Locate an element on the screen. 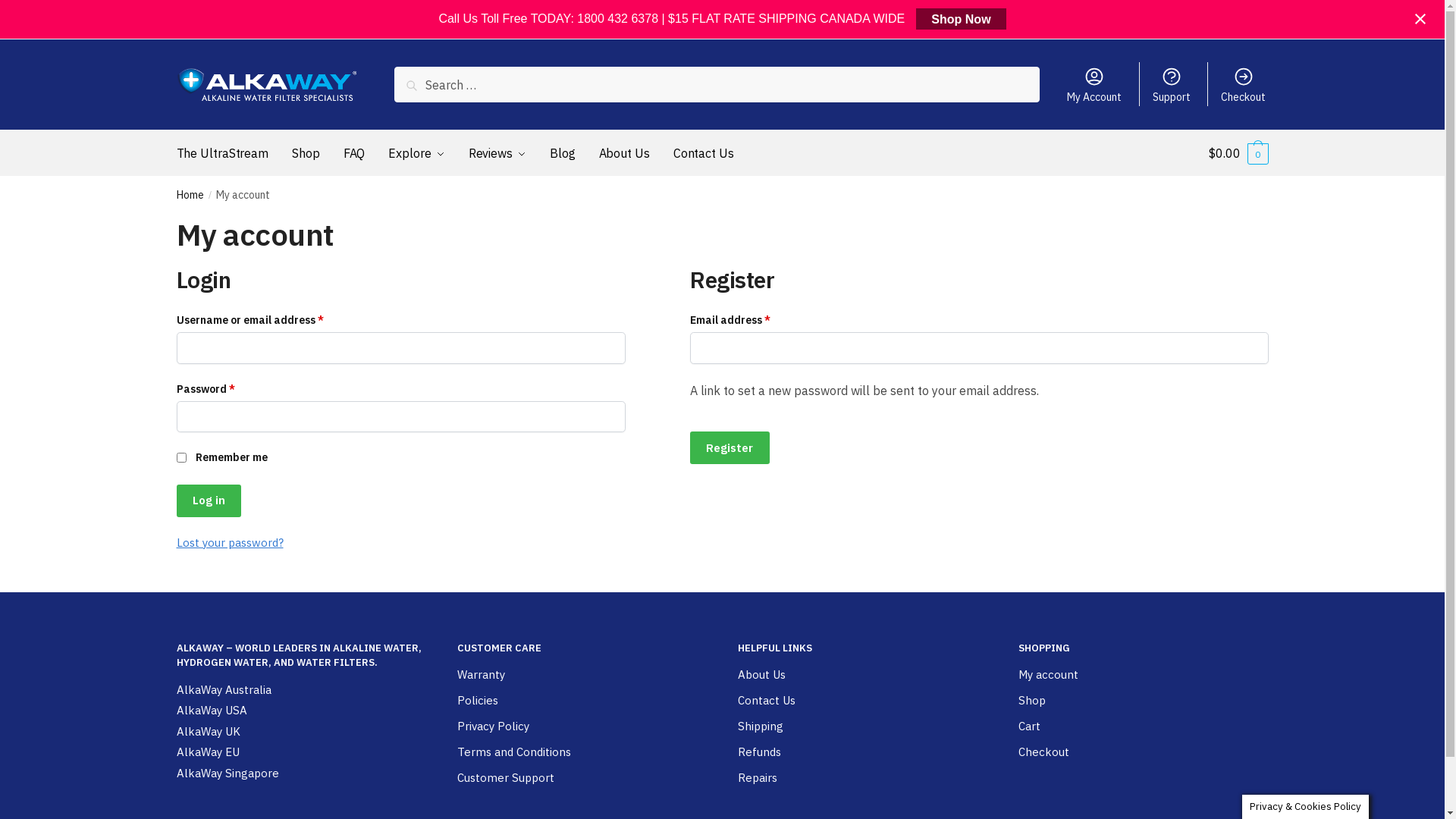  'Cart' is located at coordinates (1018, 726).